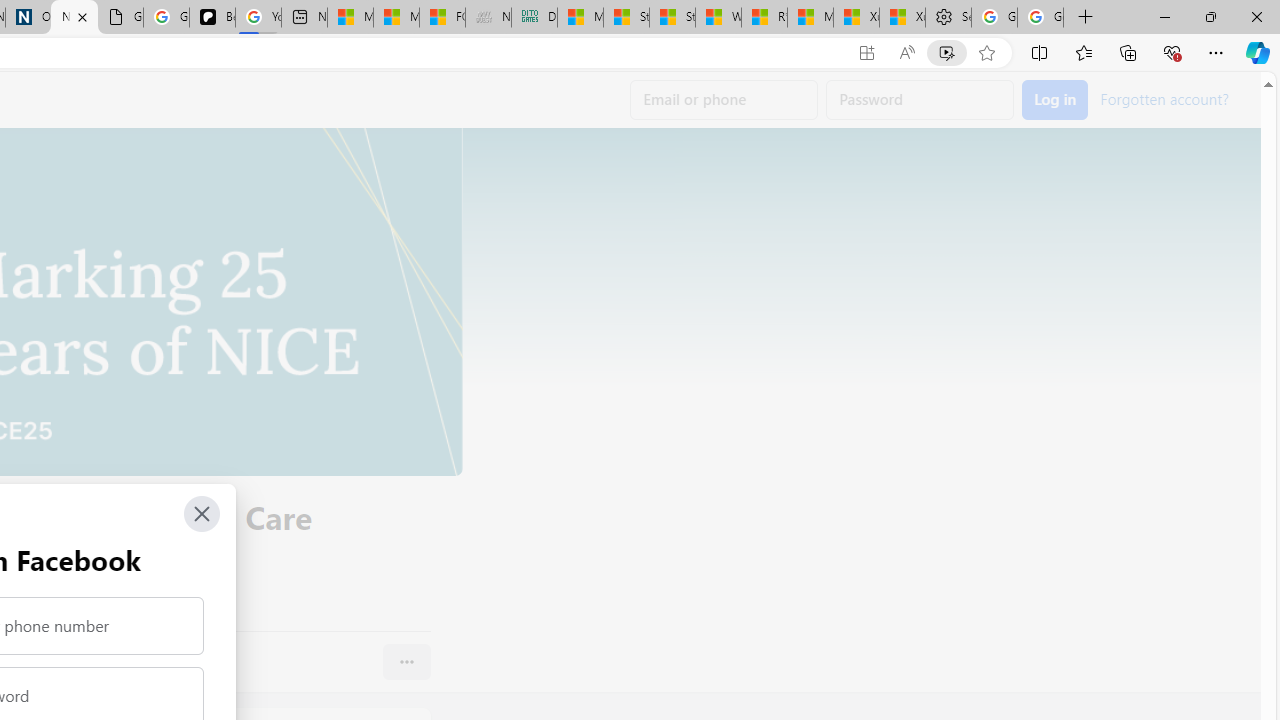  Describe the element at coordinates (1054, 100) in the screenshot. I see `'Accessible login button'` at that location.